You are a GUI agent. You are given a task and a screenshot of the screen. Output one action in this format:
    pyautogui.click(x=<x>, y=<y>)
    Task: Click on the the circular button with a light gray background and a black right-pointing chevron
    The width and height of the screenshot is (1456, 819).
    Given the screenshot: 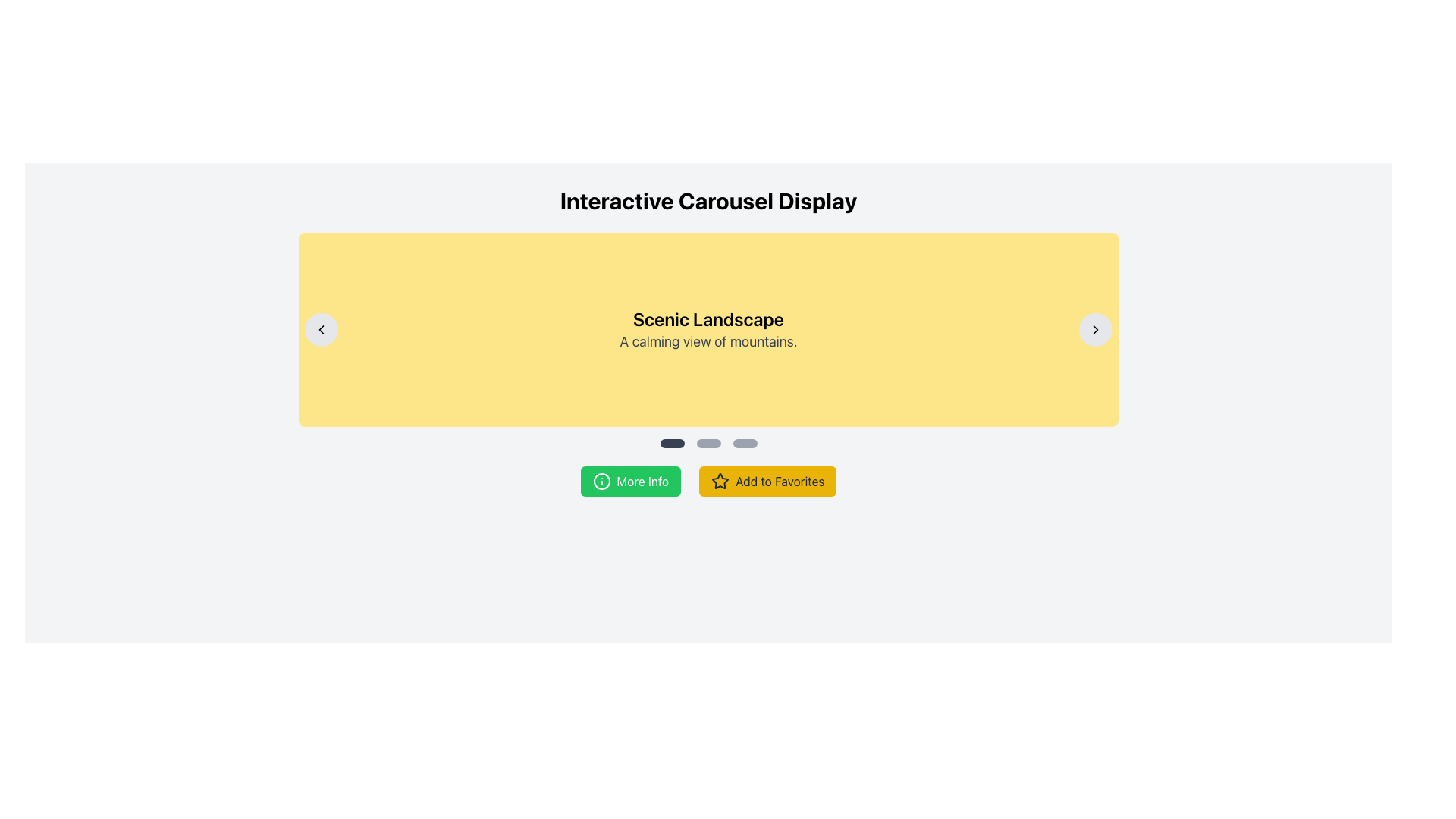 What is the action you would take?
    pyautogui.click(x=1096, y=329)
    